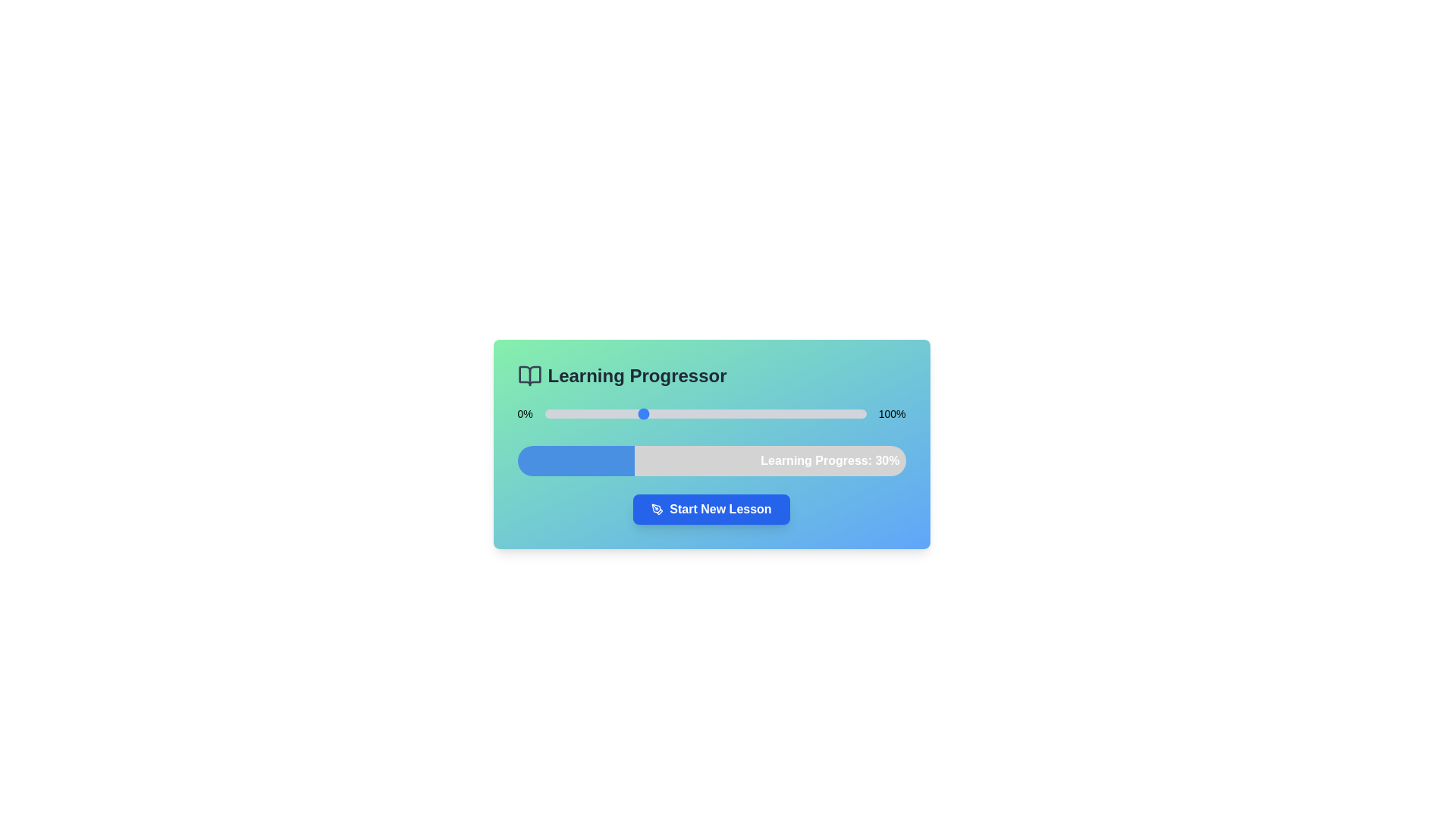 The width and height of the screenshot is (1456, 819). Describe the element at coordinates (664, 414) in the screenshot. I see `the slider to set the learning progress to 37%` at that location.